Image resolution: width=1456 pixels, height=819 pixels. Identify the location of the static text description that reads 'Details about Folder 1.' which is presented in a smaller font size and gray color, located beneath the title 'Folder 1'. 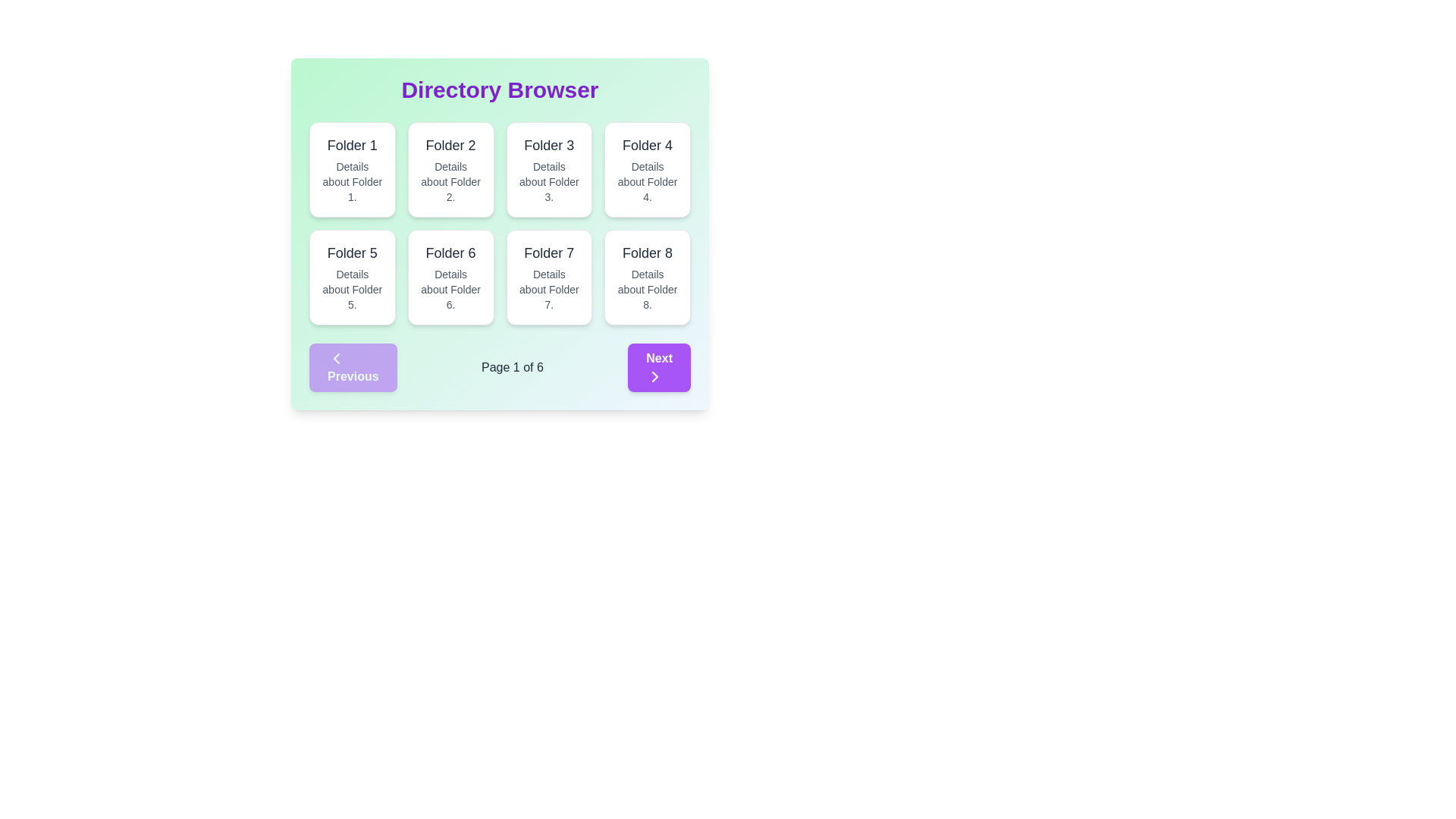
(351, 180).